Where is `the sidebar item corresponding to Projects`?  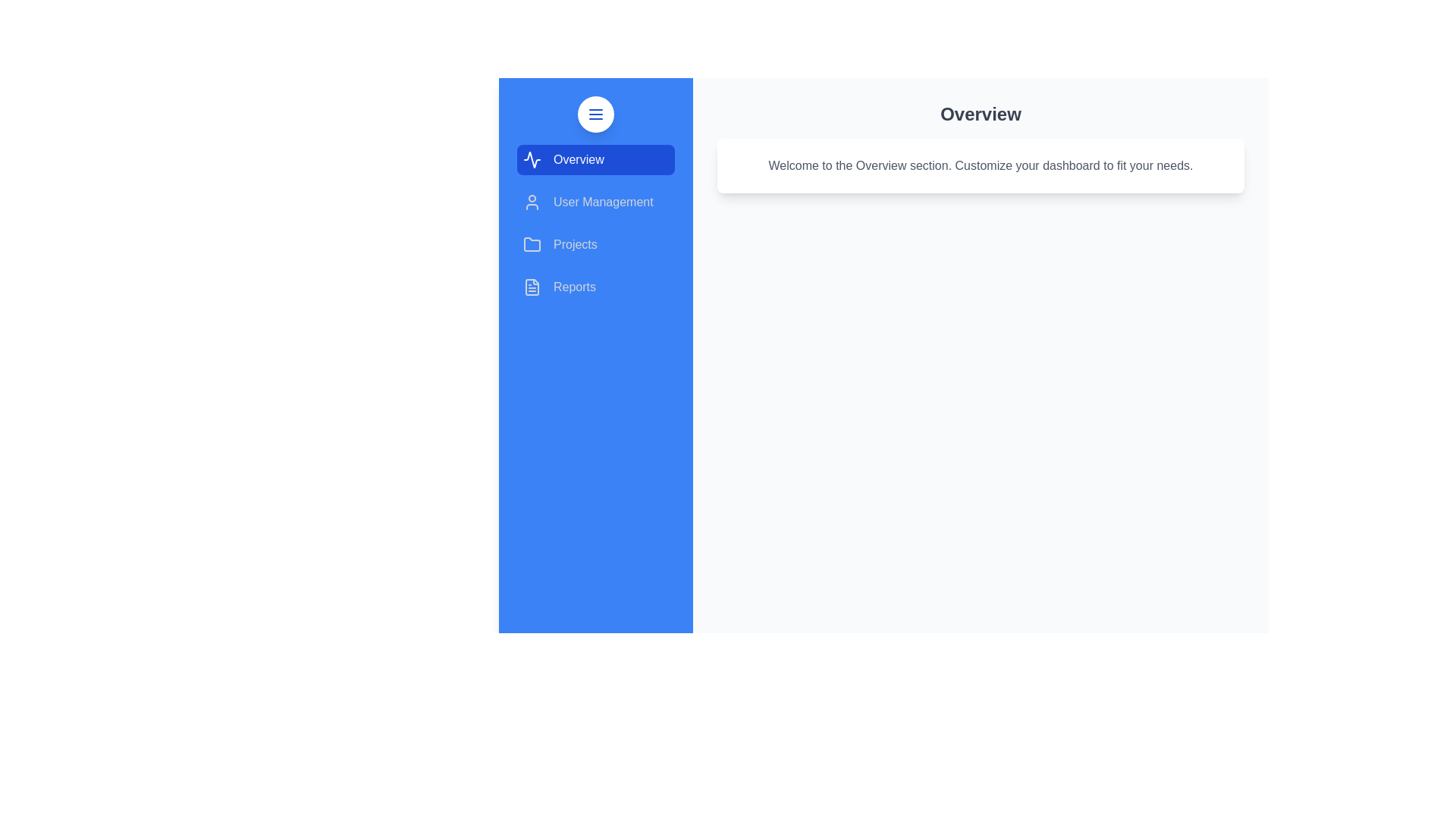 the sidebar item corresponding to Projects is located at coordinates (595, 244).